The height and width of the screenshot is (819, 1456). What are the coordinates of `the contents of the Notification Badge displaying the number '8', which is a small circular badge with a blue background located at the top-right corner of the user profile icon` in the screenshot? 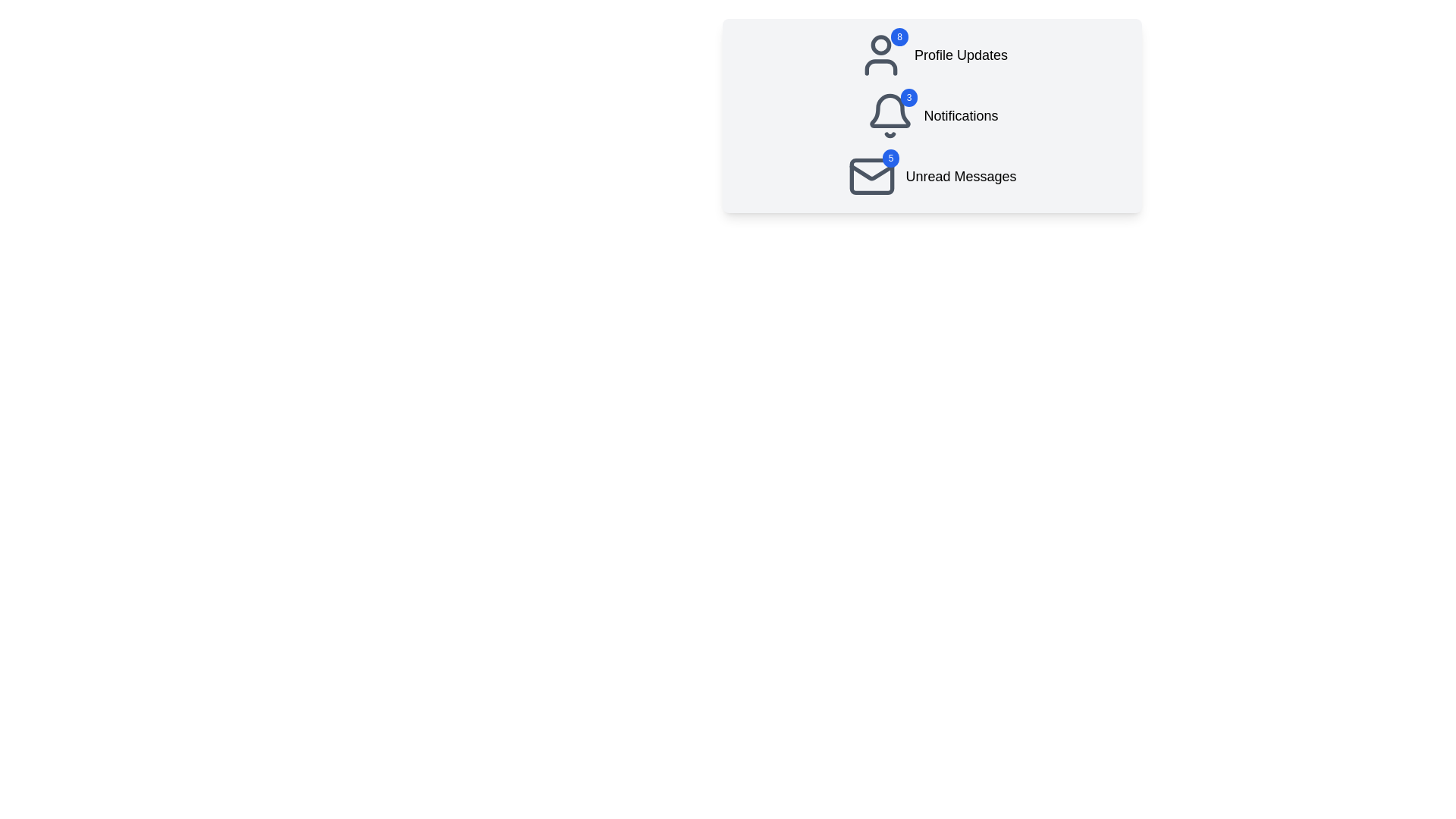 It's located at (899, 36).